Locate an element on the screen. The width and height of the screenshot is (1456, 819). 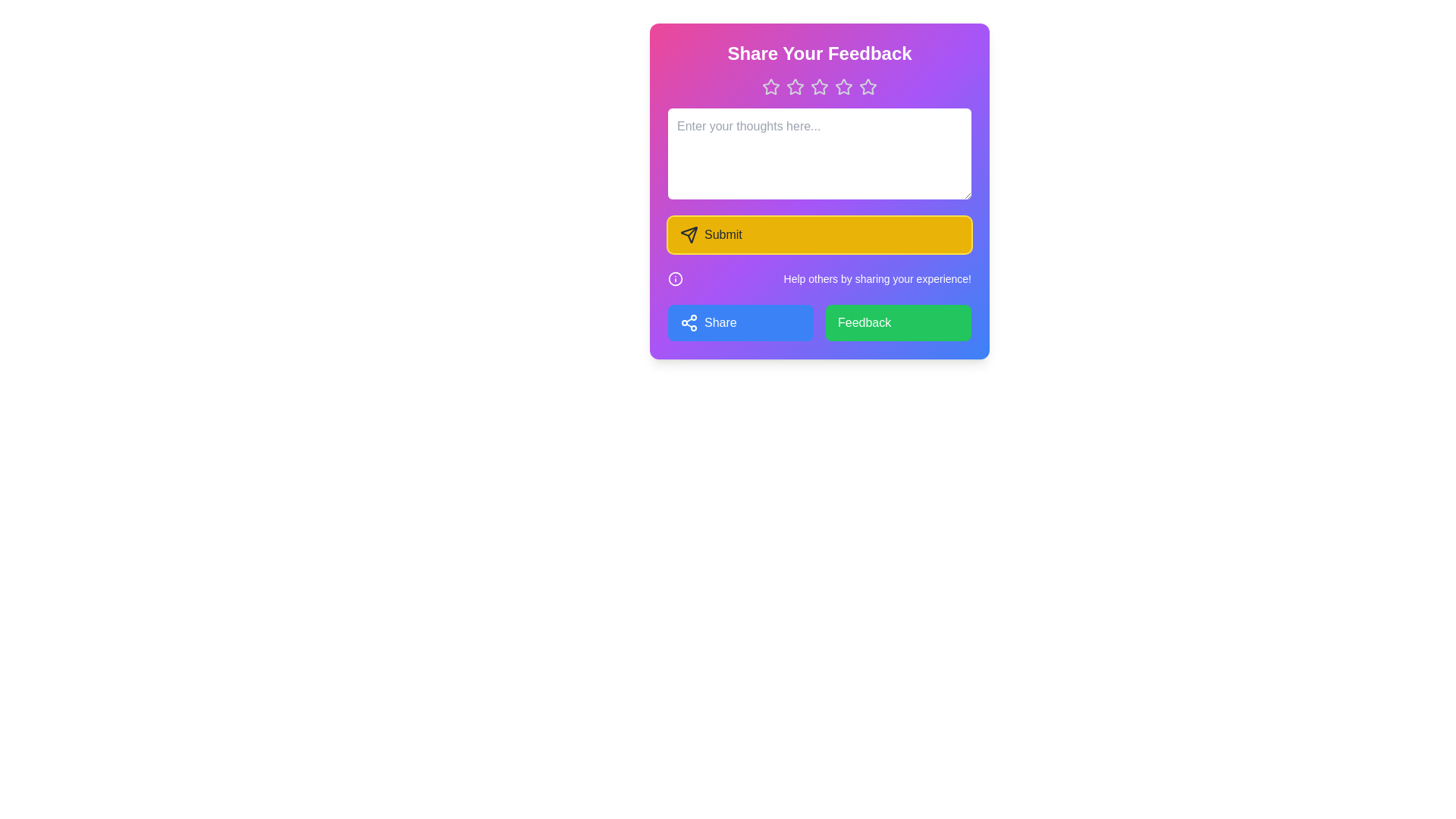
the leftmost rating star in the feedback form panel under 'Share Your Feedback' is located at coordinates (771, 87).